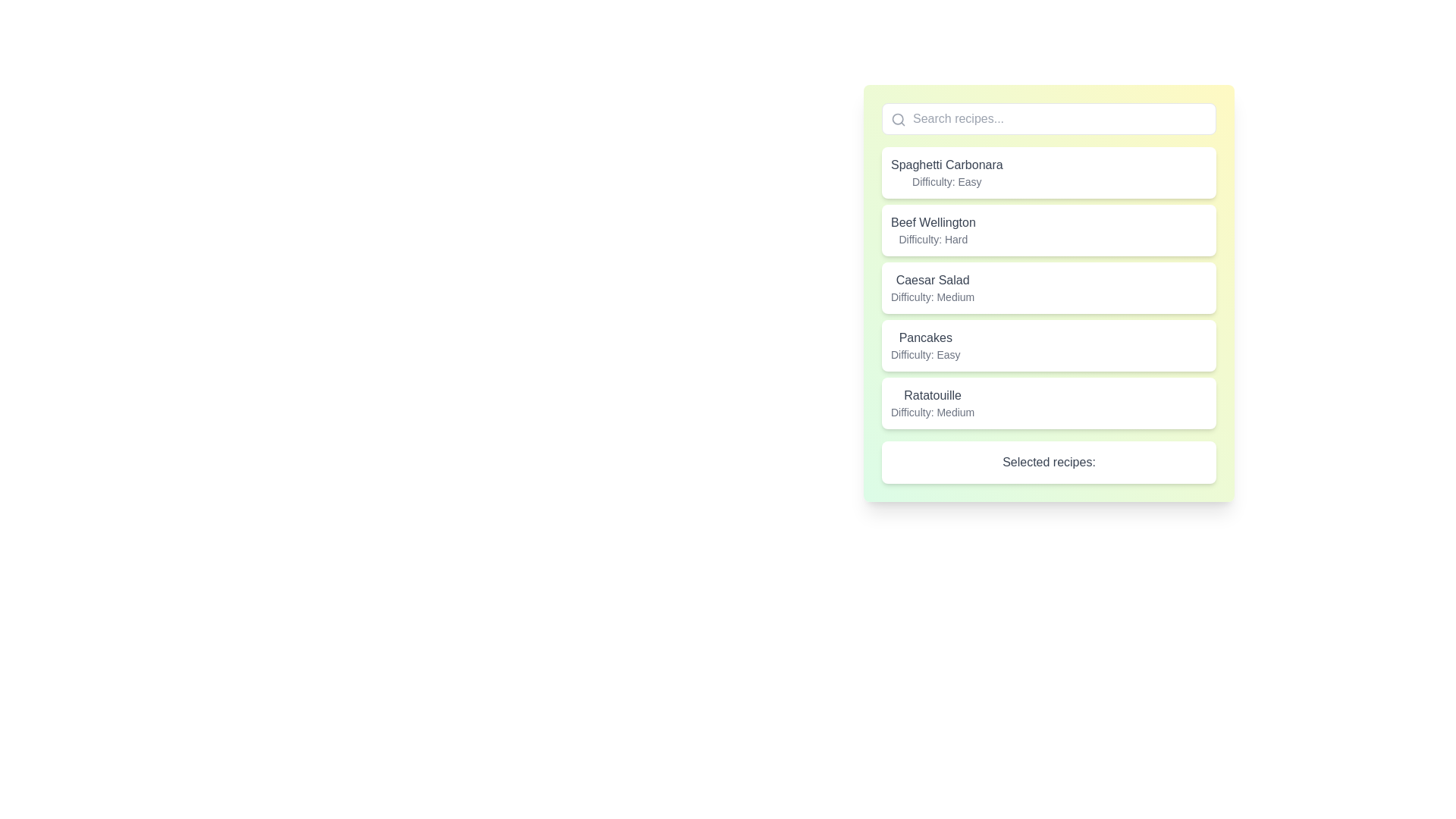 This screenshot has width=1456, height=819. What do you see at coordinates (932, 239) in the screenshot?
I see `the difficulty level label for the recipe 'Beef Wellington' located beneath the recipe title within the second card in the vertical list of recipe cards` at bounding box center [932, 239].